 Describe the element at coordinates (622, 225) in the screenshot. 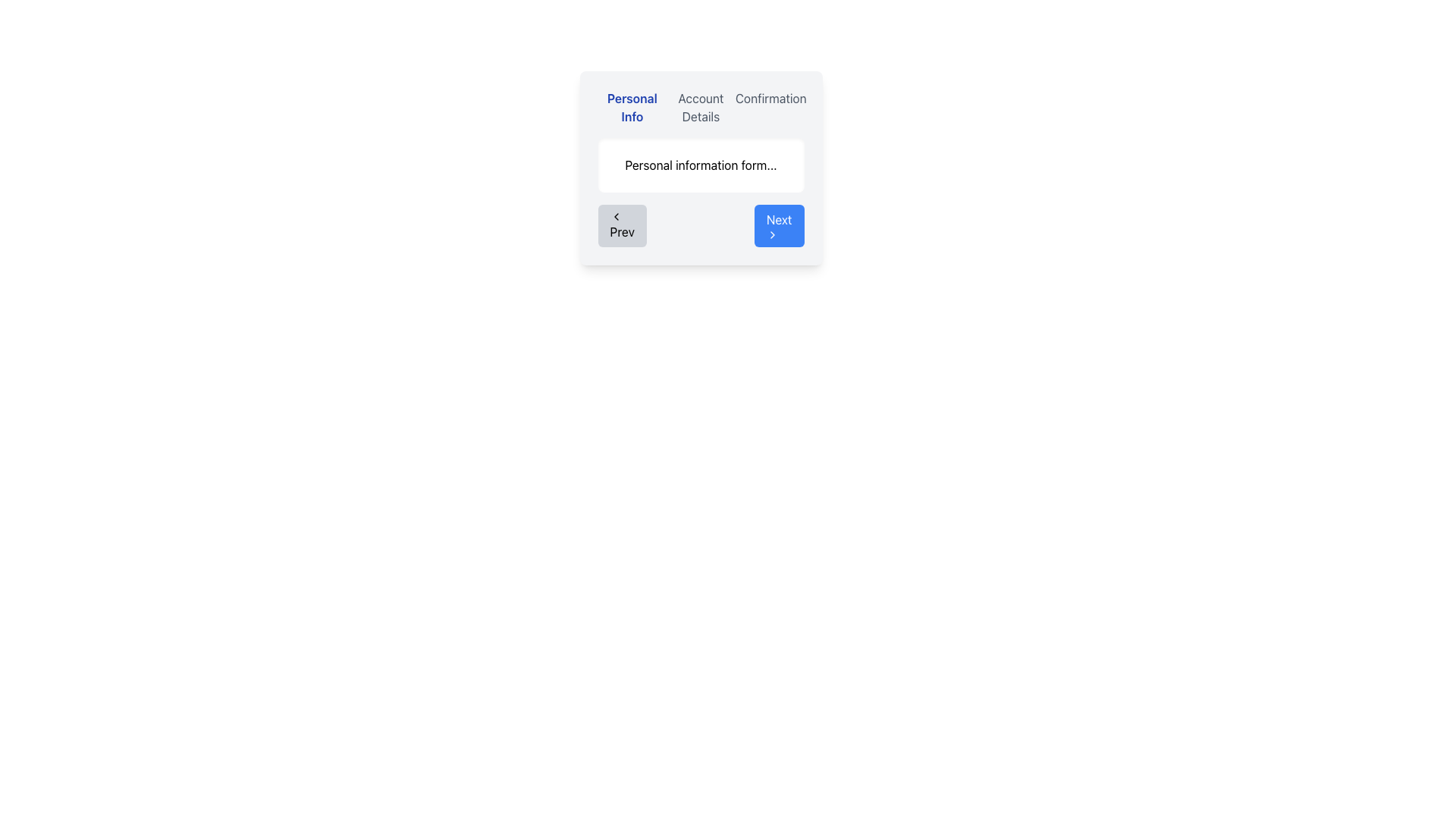

I see `the 'Prev' button, which is a rectangular button with rounded corners, gray background, and a leftward pointing chevron icon` at that location.